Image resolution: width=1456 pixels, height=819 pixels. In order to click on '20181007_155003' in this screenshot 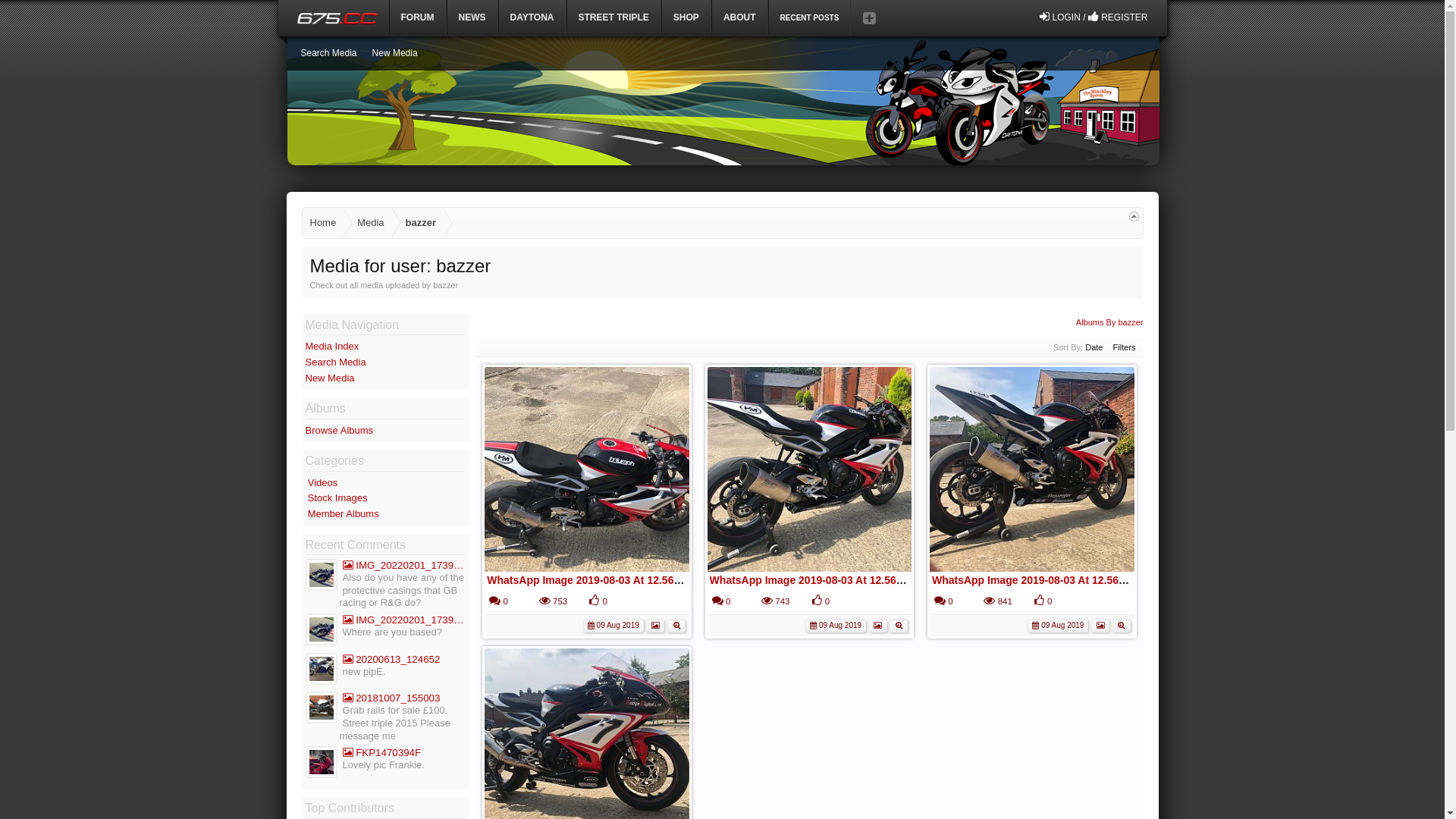, I will do `click(403, 698)`.